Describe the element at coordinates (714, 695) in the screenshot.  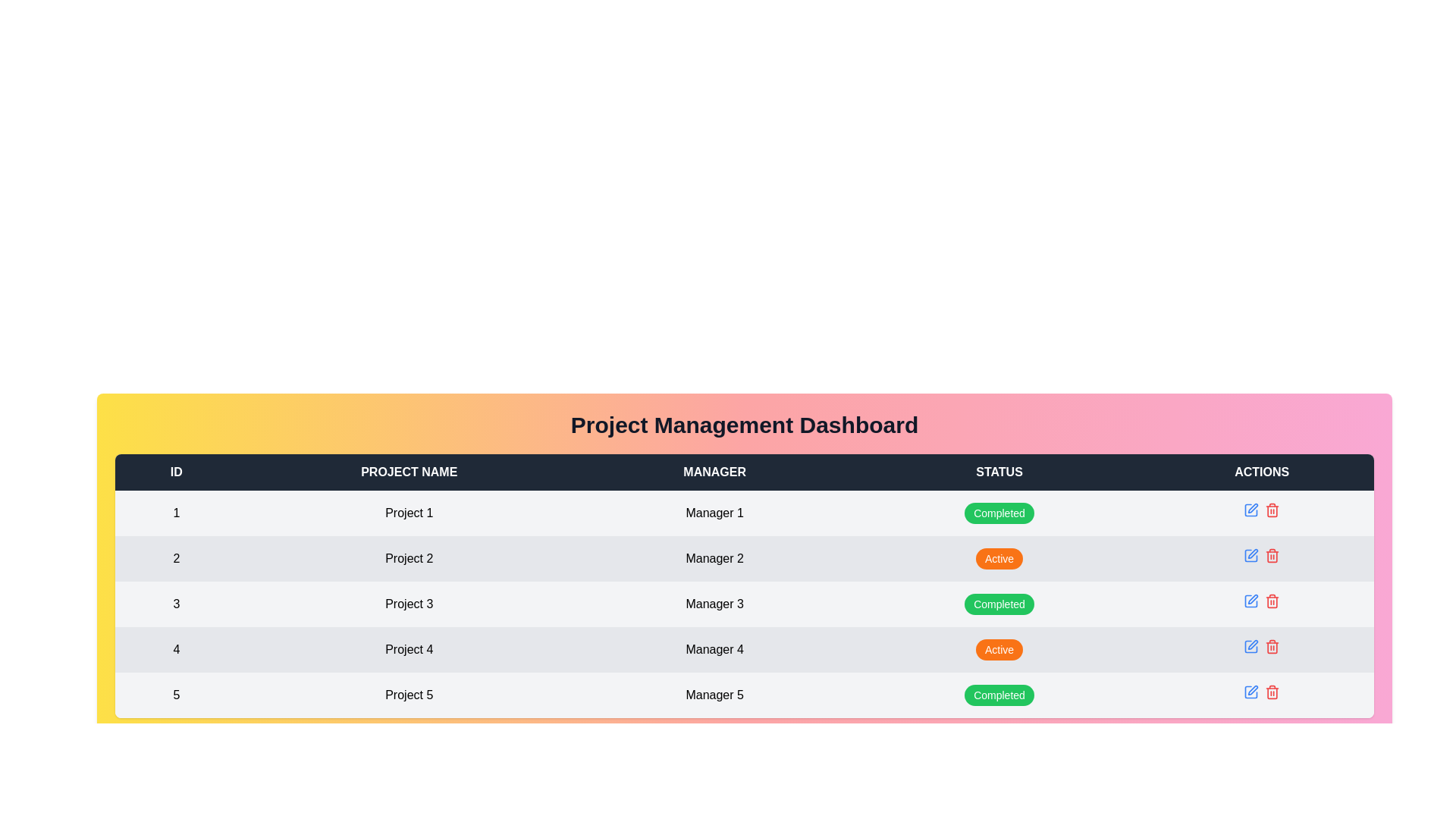
I see `text from the Text Label in the fifth row of the table under the 'MANAGER' column, which provides information about the manager associated with the fifth project entry` at that location.